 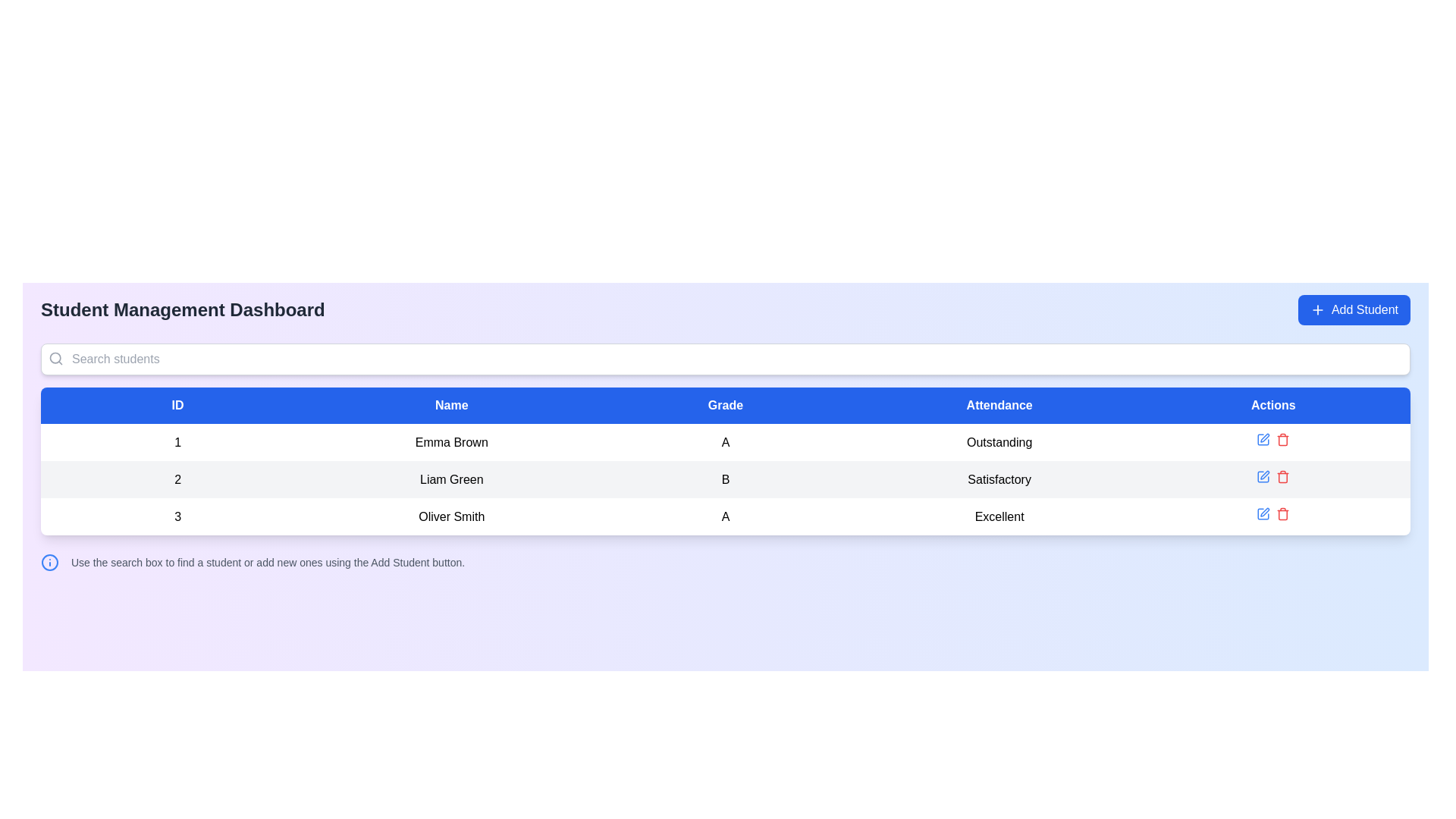 What do you see at coordinates (450, 405) in the screenshot?
I see `the 'Name' column header in the table, which is the second column header located immediately to the right of the 'ID' header` at bounding box center [450, 405].